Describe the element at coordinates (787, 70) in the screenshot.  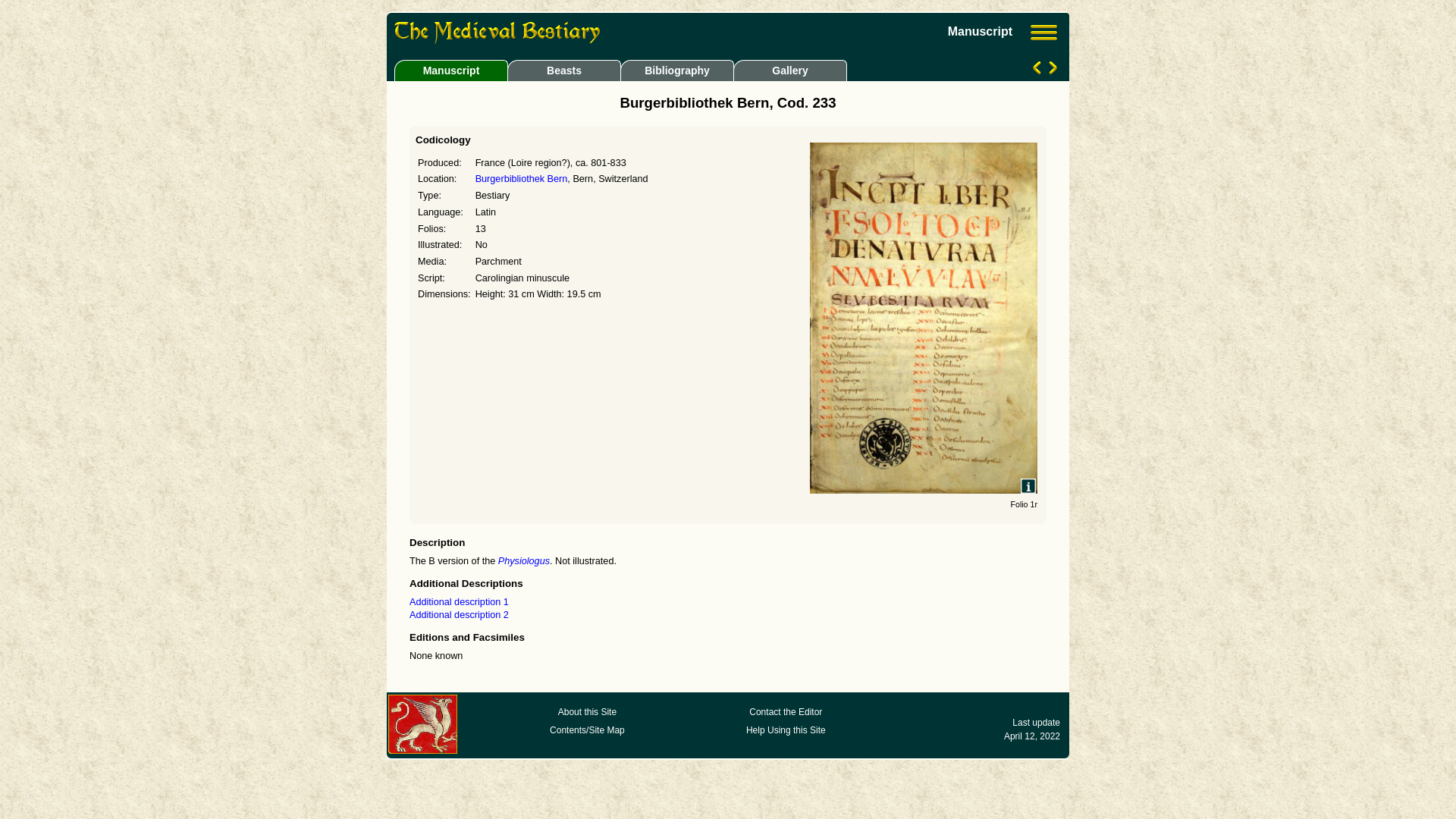
I see `'Gallery'` at that location.